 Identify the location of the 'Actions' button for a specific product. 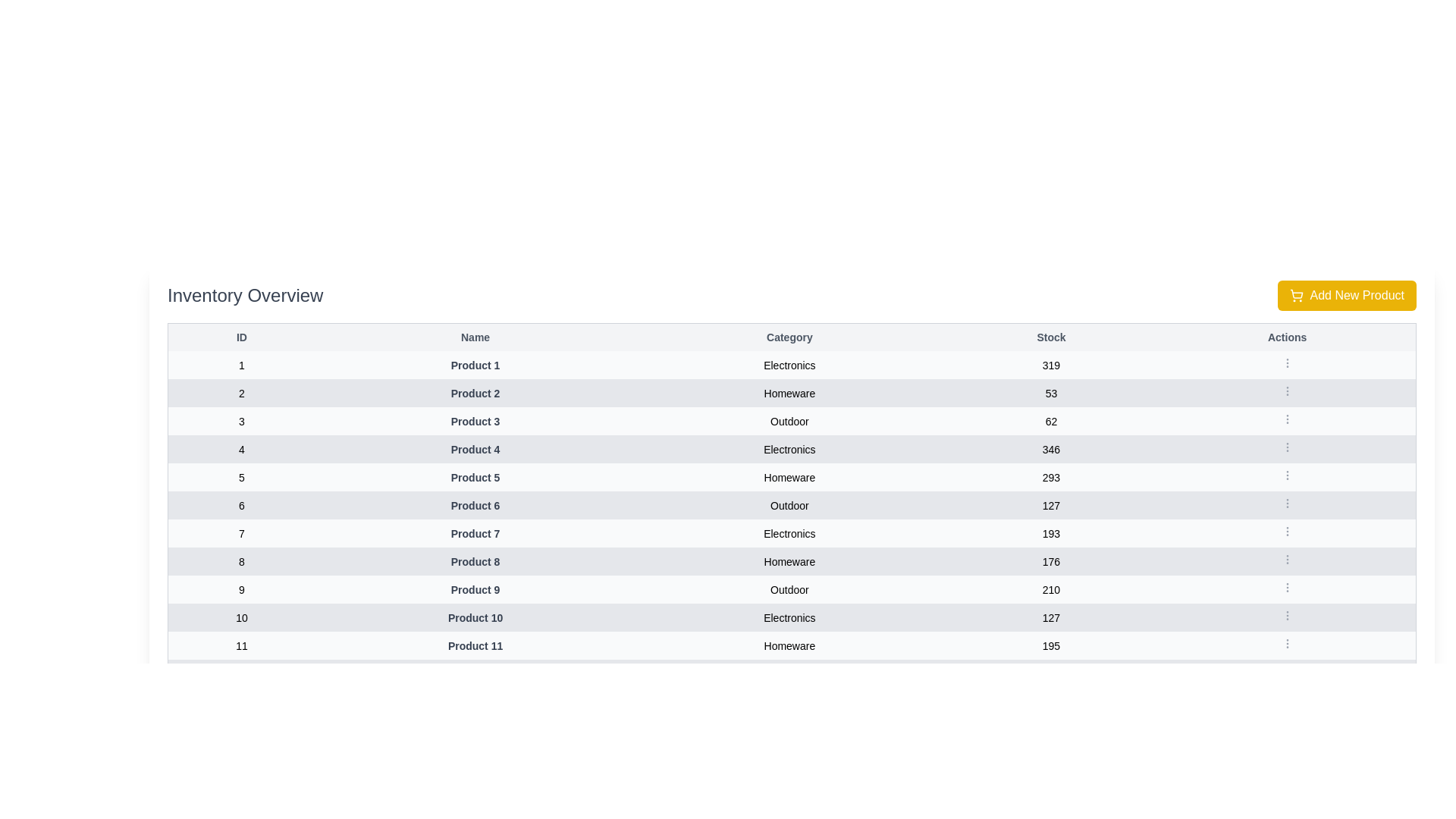
(1286, 362).